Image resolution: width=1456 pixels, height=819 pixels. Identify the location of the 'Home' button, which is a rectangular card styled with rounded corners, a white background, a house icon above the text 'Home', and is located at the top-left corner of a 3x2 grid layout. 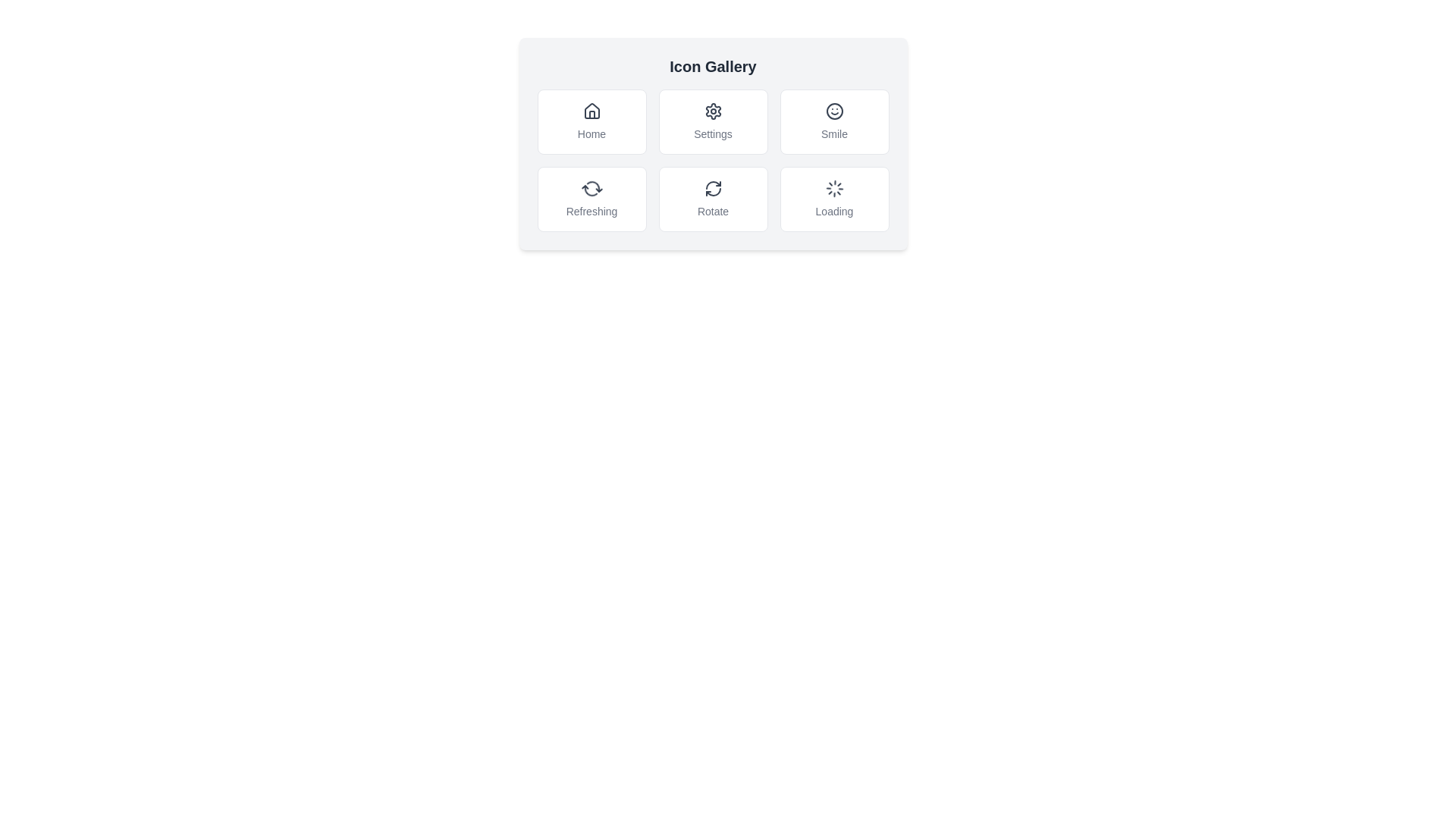
(591, 121).